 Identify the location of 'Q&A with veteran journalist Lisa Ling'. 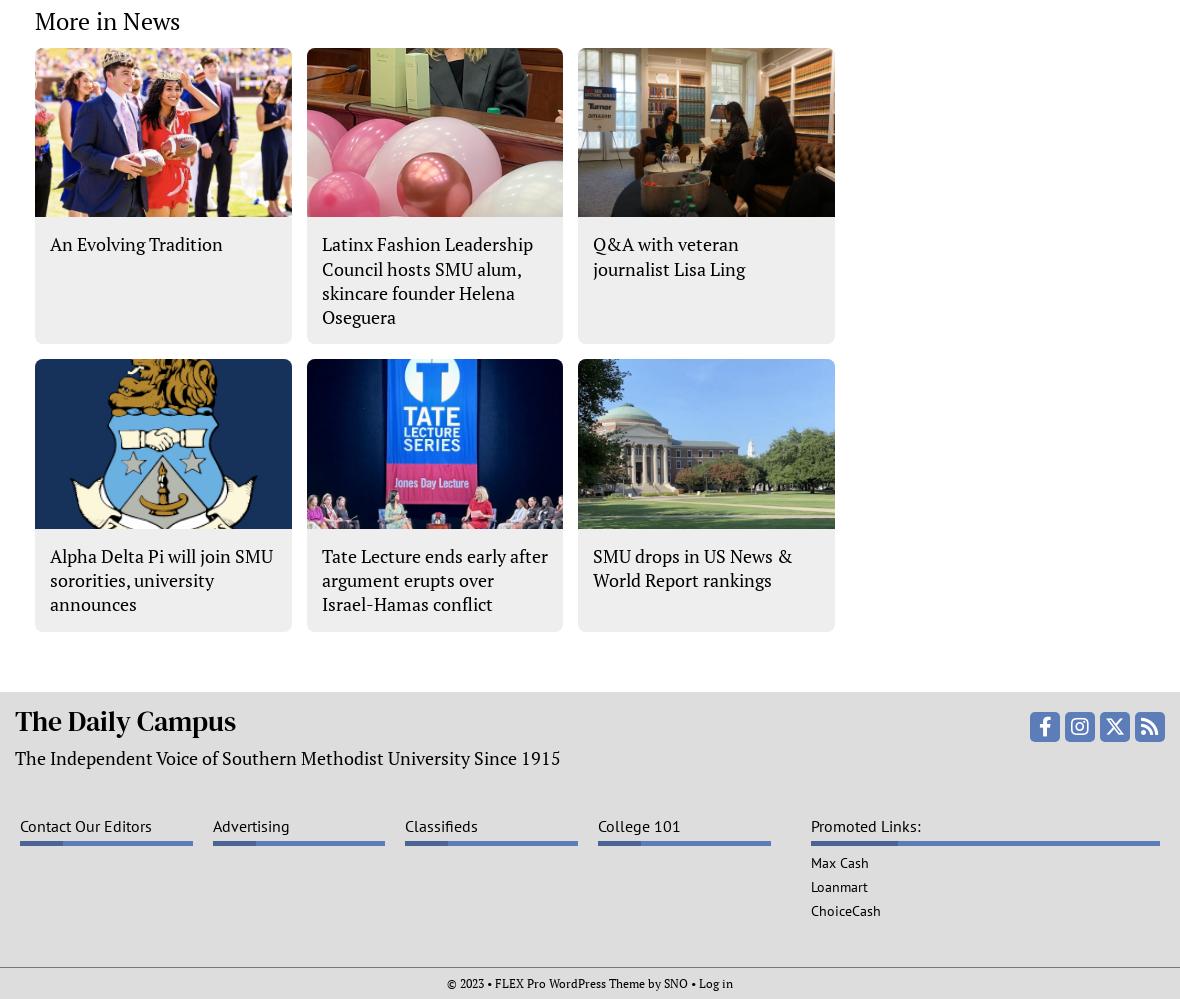
(667, 256).